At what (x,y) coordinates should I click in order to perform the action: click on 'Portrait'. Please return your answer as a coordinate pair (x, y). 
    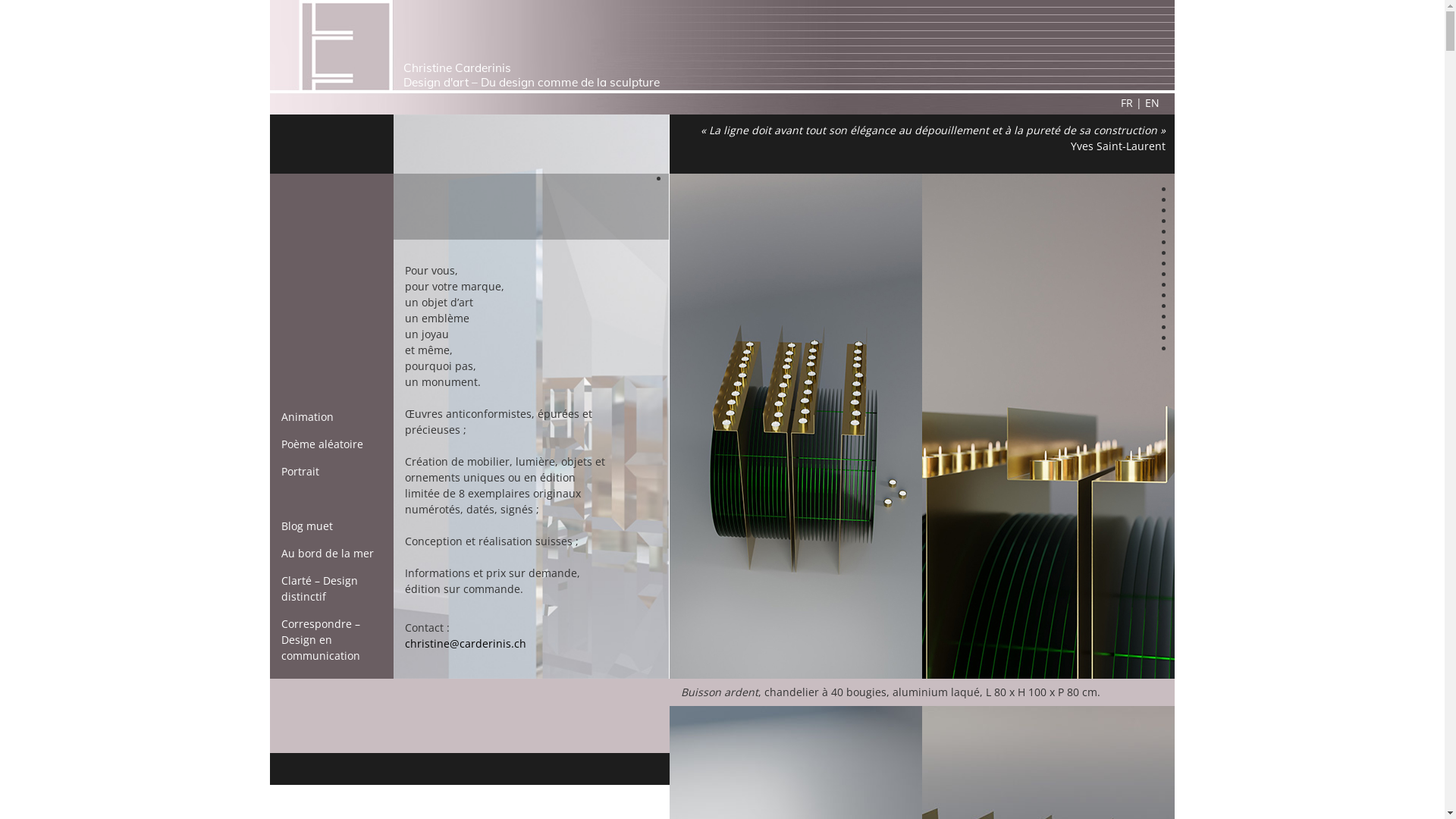
    Looking at the image, I should click on (300, 470).